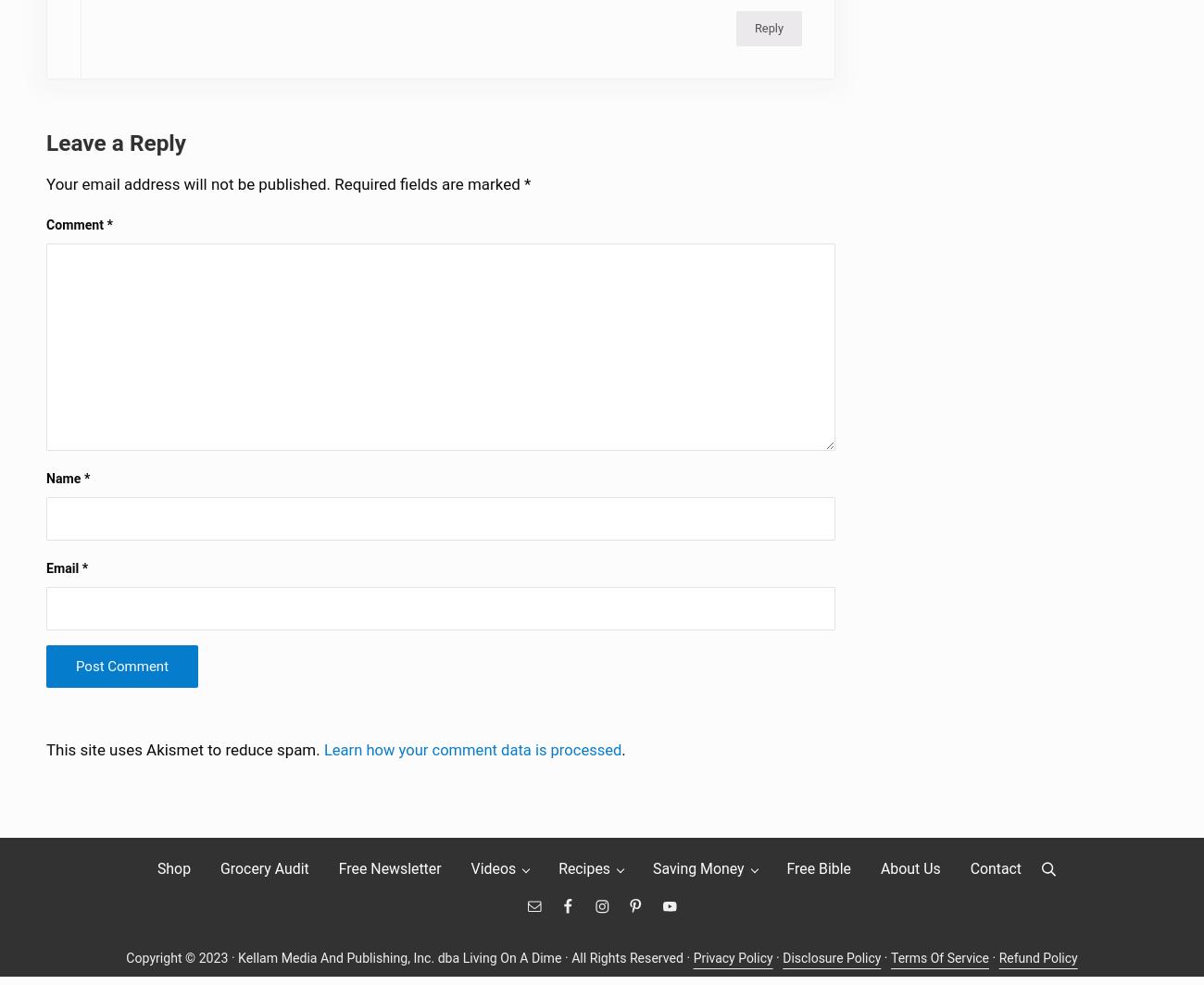 The width and height of the screenshot is (1204, 985). I want to click on 'Refund Policy', so click(1038, 970).